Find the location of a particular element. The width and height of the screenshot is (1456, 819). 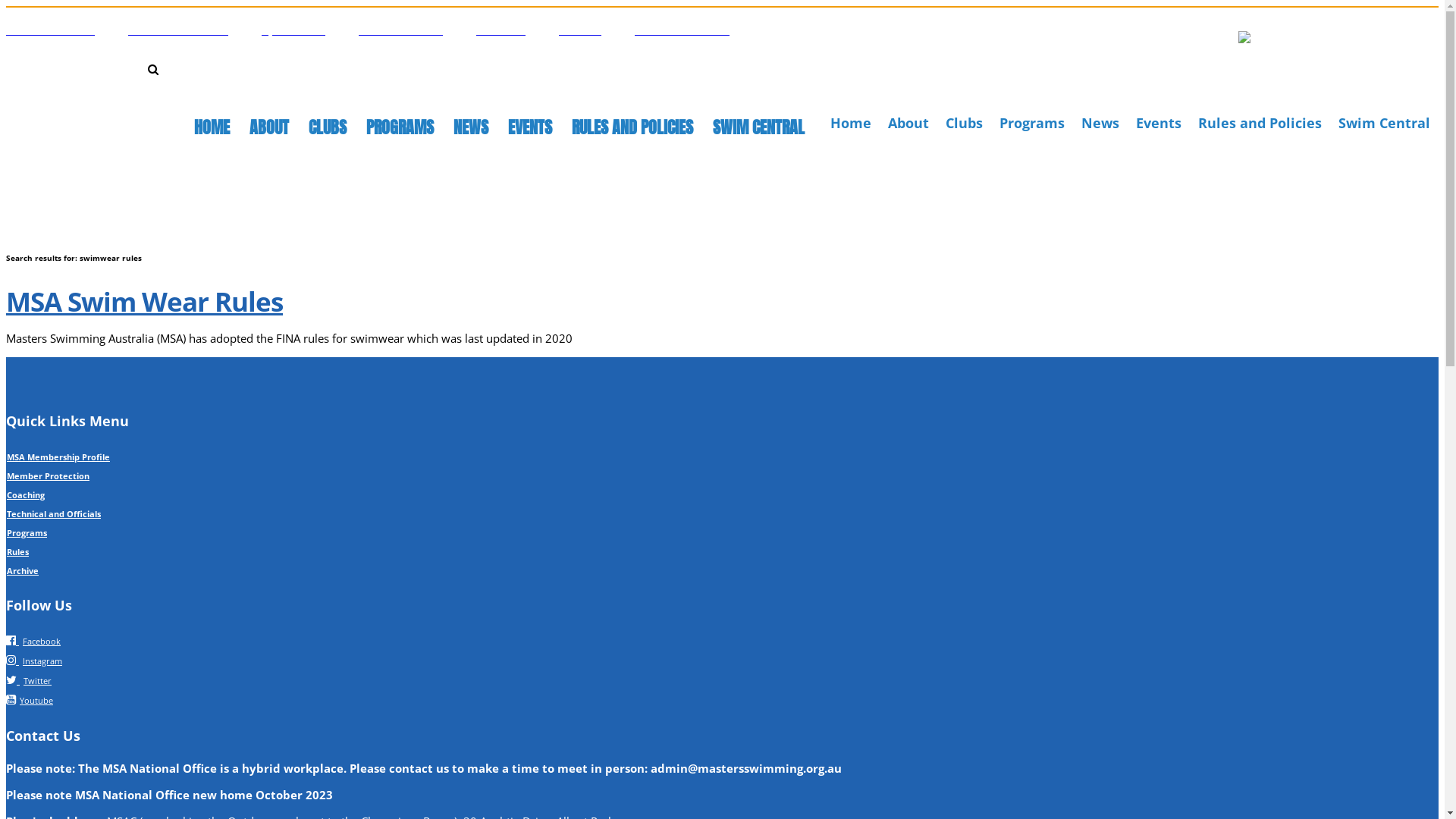

'EVENTS' is located at coordinates (530, 126).